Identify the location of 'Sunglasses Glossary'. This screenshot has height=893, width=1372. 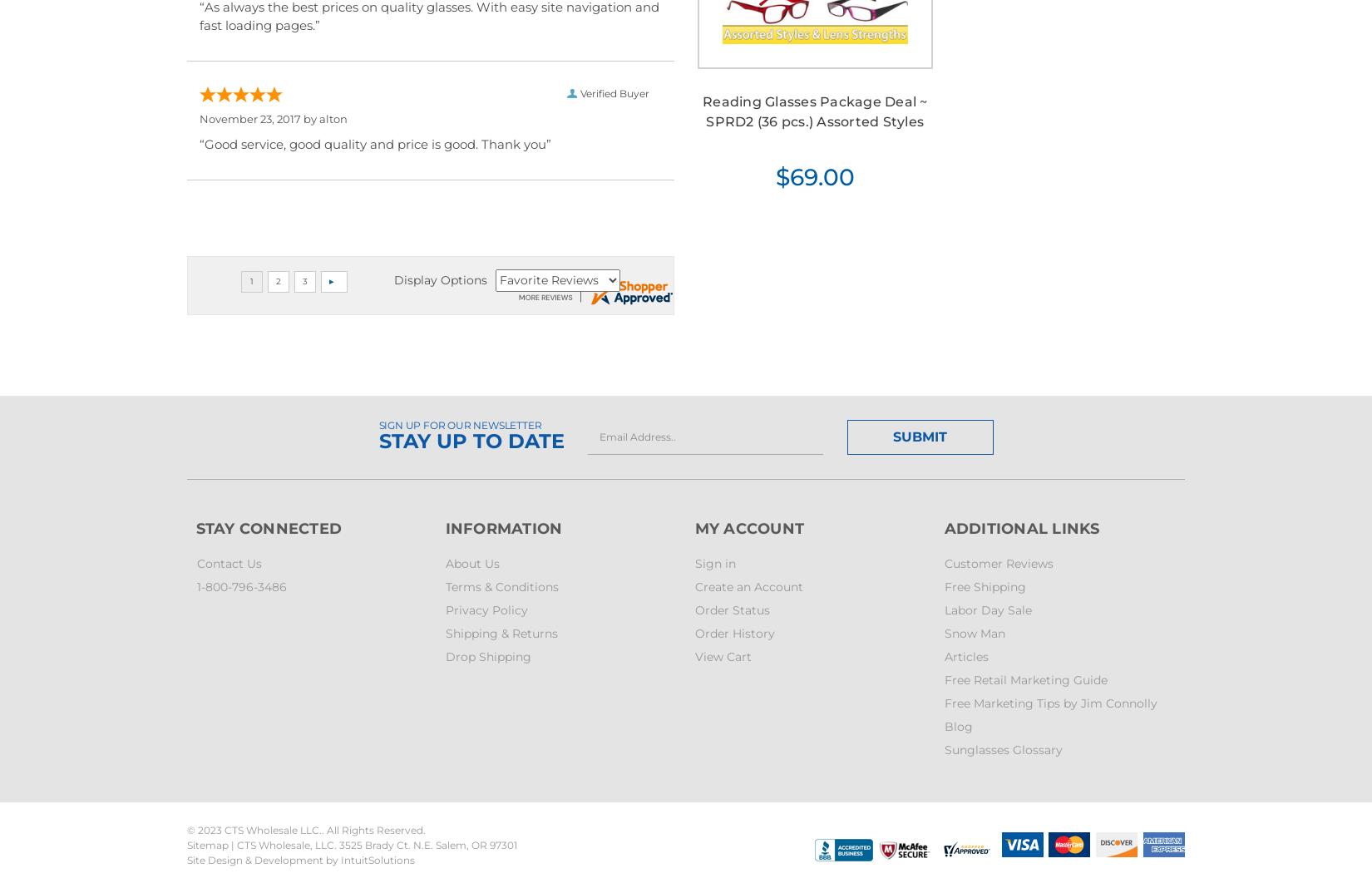
(1002, 747).